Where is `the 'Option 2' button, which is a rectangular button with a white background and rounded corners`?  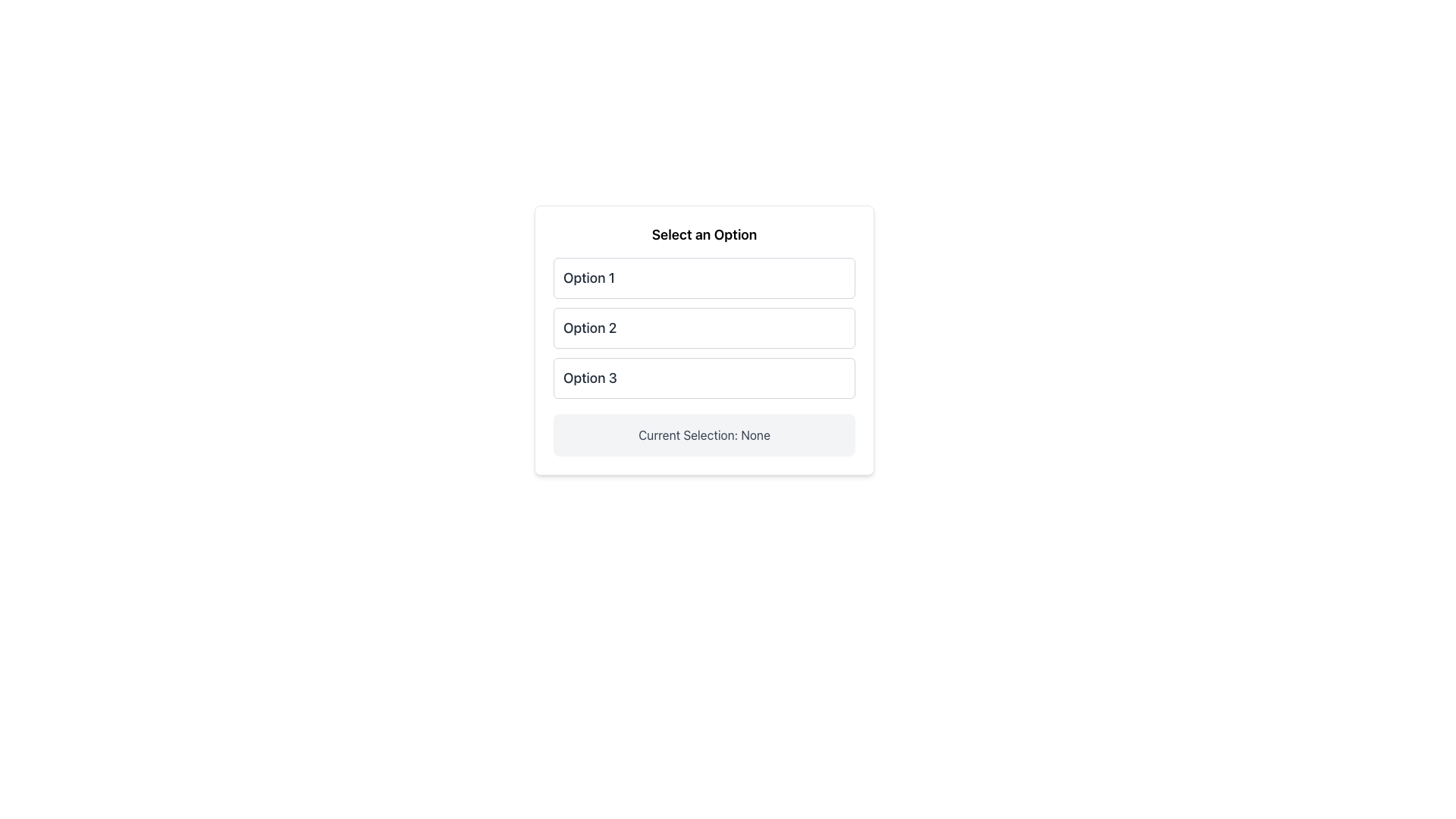 the 'Option 2' button, which is a rectangular button with a white background and rounded corners is located at coordinates (704, 327).